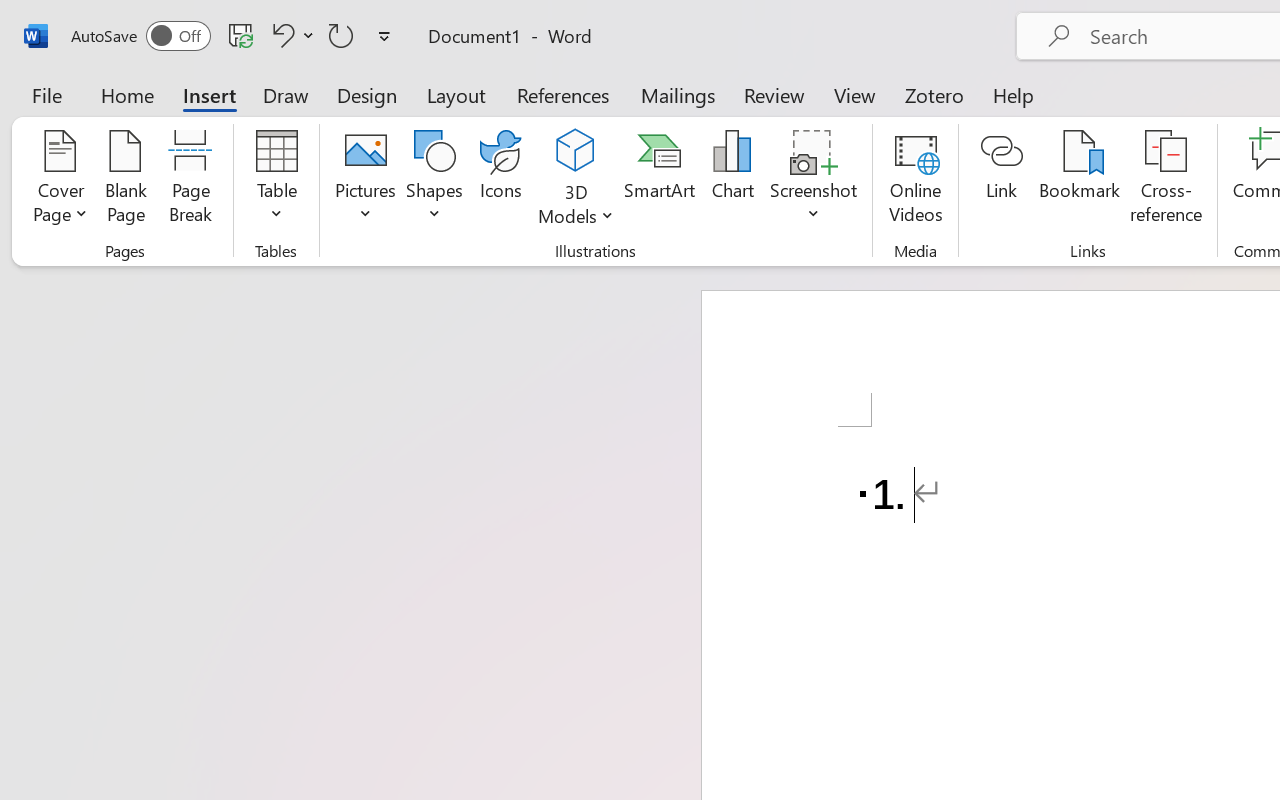  Describe the element at coordinates (1002, 179) in the screenshot. I see `'Link'` at that location.